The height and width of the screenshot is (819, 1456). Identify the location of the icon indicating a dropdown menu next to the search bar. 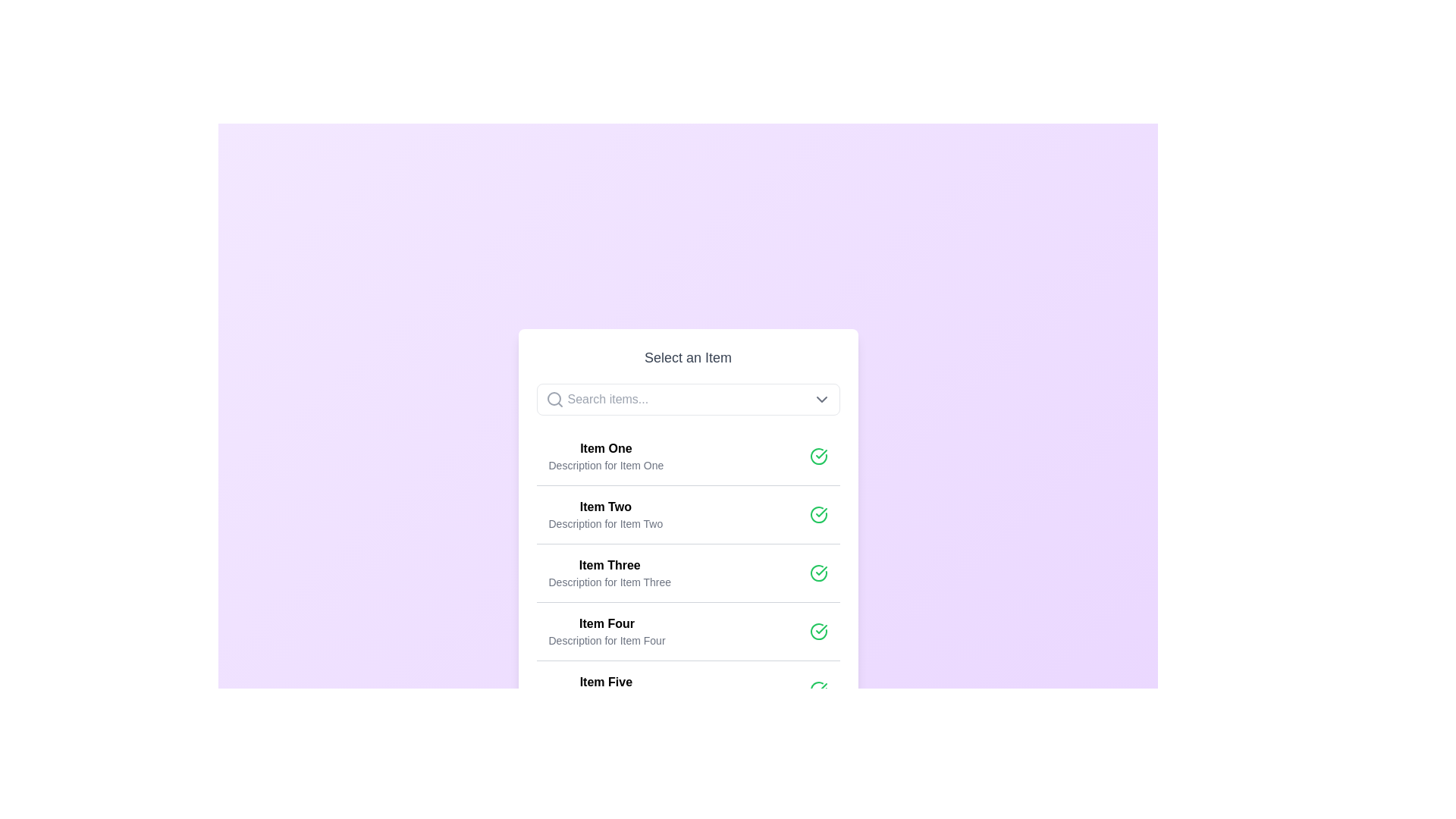
(821, 399).